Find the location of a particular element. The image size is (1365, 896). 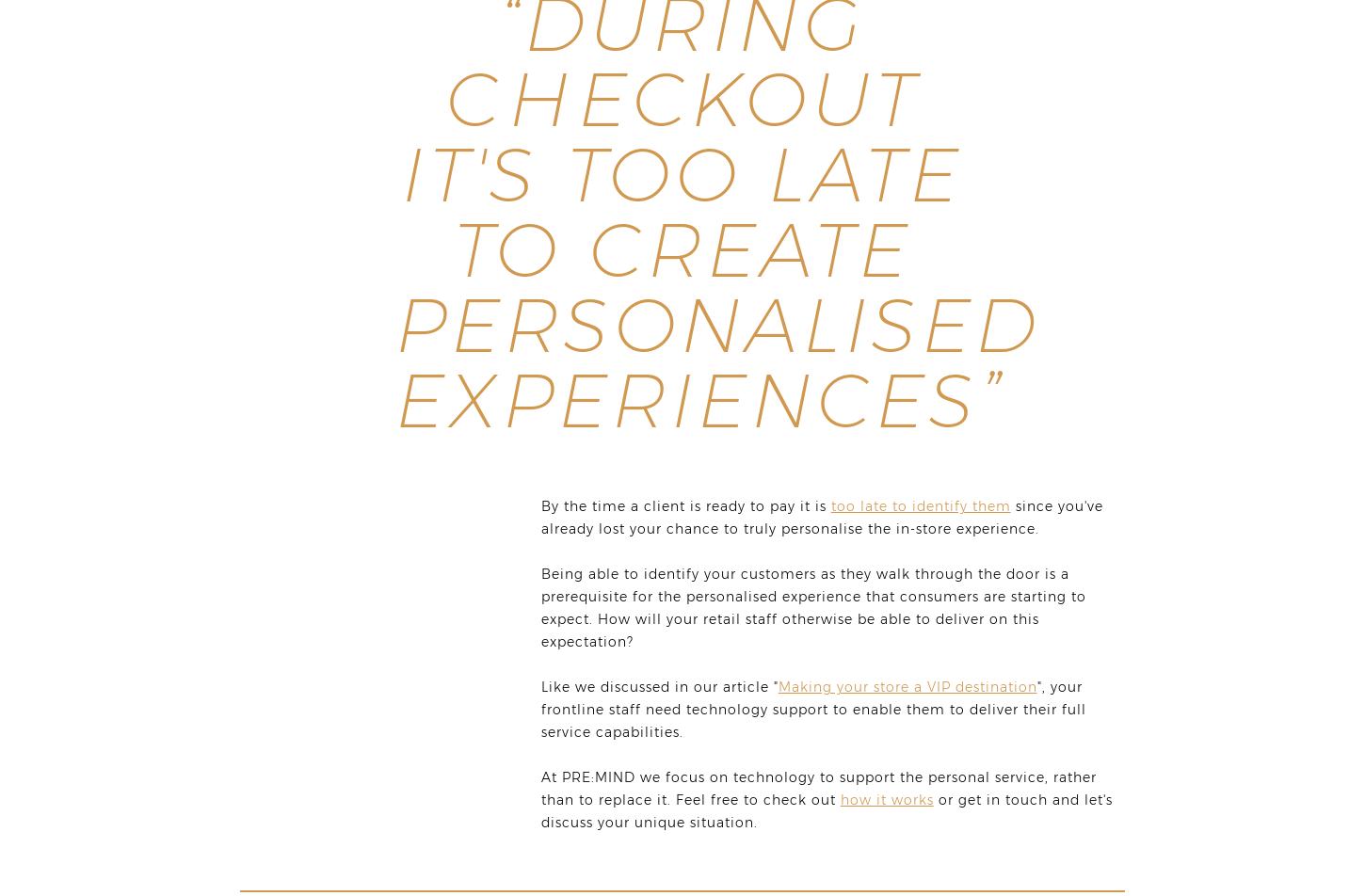

'By the time a client is ready to pay it is' is located at coordinates (685, 505).